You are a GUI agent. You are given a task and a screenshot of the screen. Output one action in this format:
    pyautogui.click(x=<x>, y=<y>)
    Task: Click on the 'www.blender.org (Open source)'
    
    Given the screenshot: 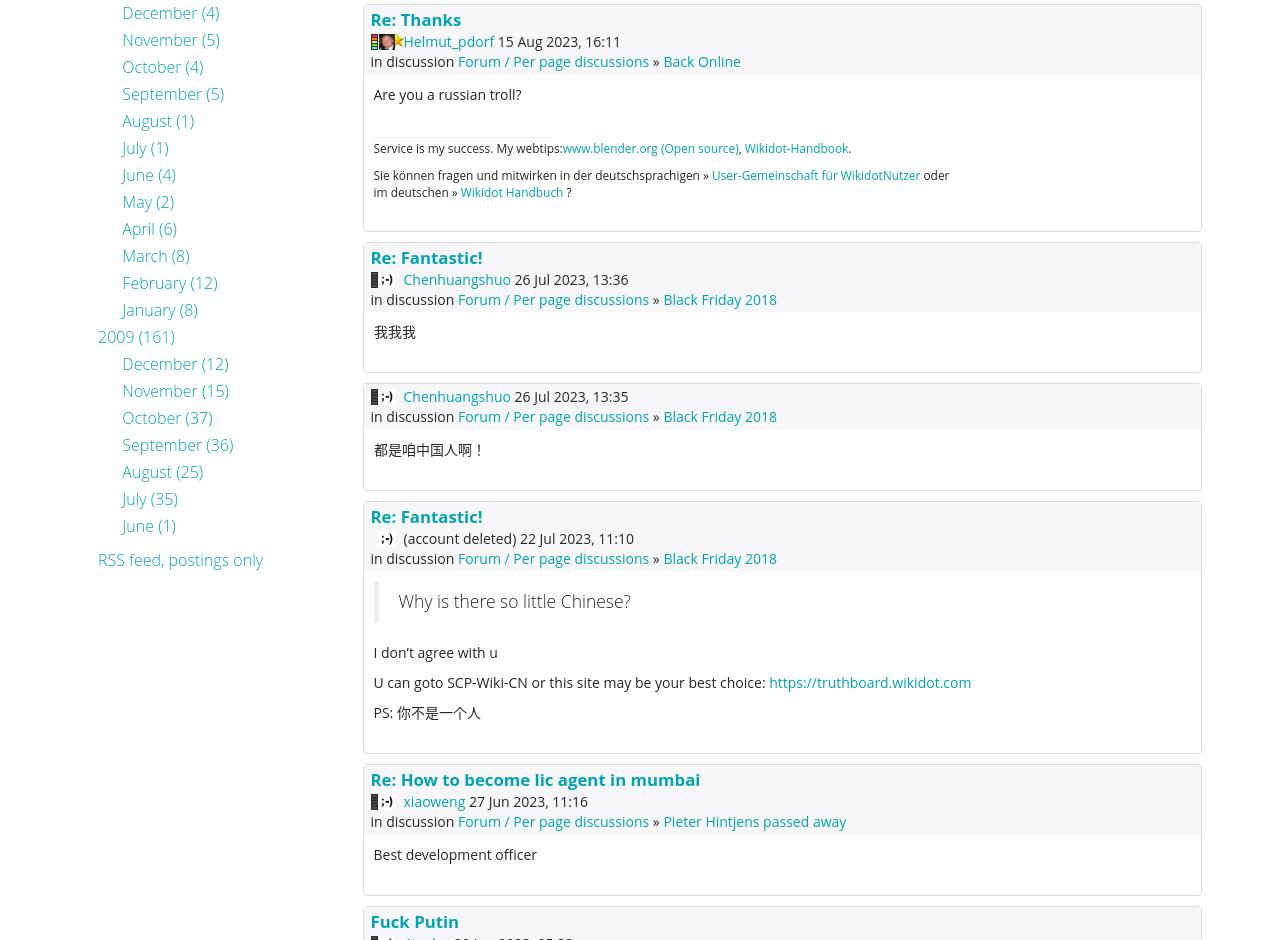 What is the action you would take?
    pyautogui.click(x=649, y=146)
    